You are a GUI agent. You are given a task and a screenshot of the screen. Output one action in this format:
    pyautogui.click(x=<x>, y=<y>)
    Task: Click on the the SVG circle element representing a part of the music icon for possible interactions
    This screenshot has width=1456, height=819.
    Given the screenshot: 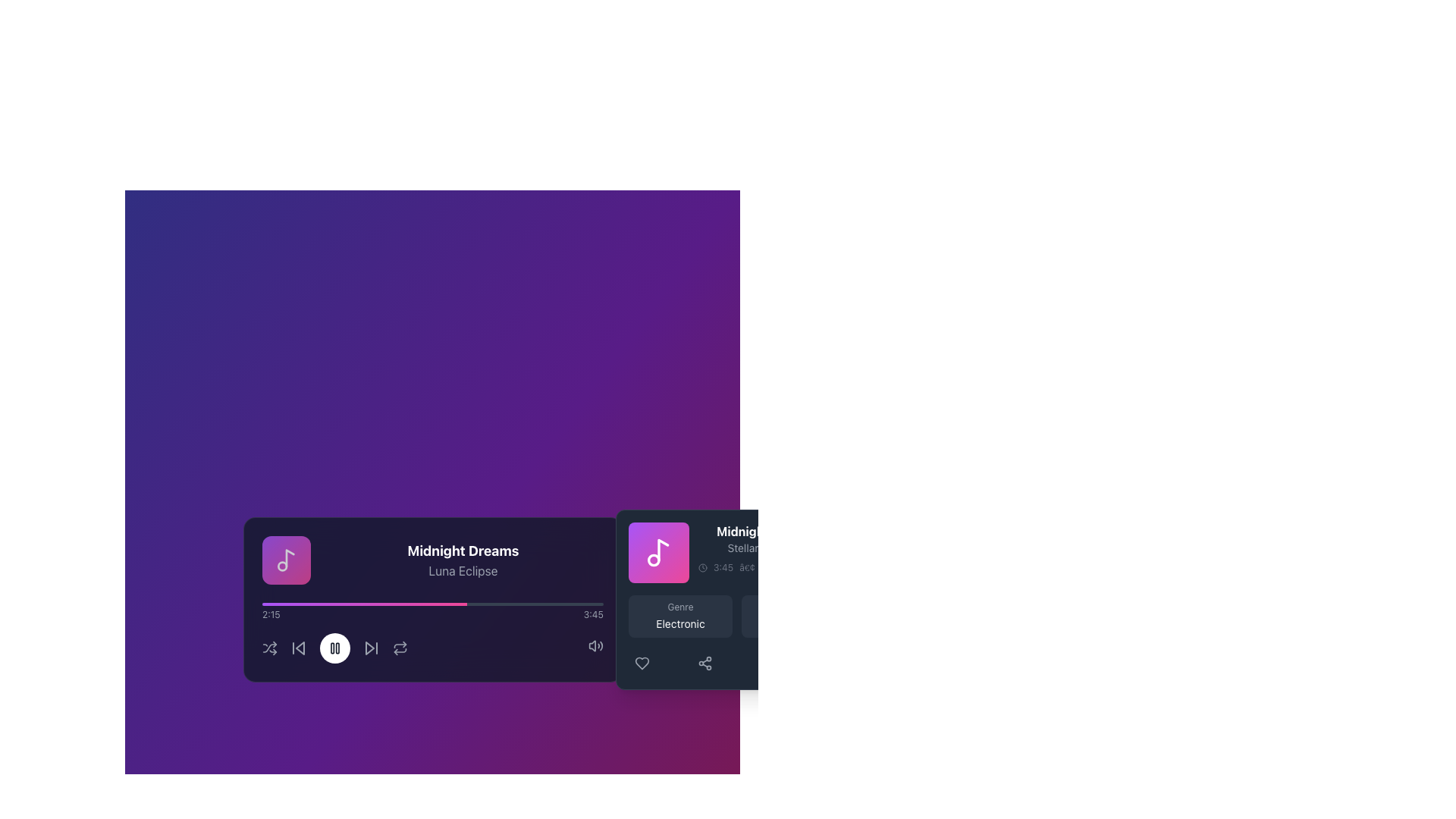 What is the action you would take?
    pyautogui.click(x=653, y=560)
    